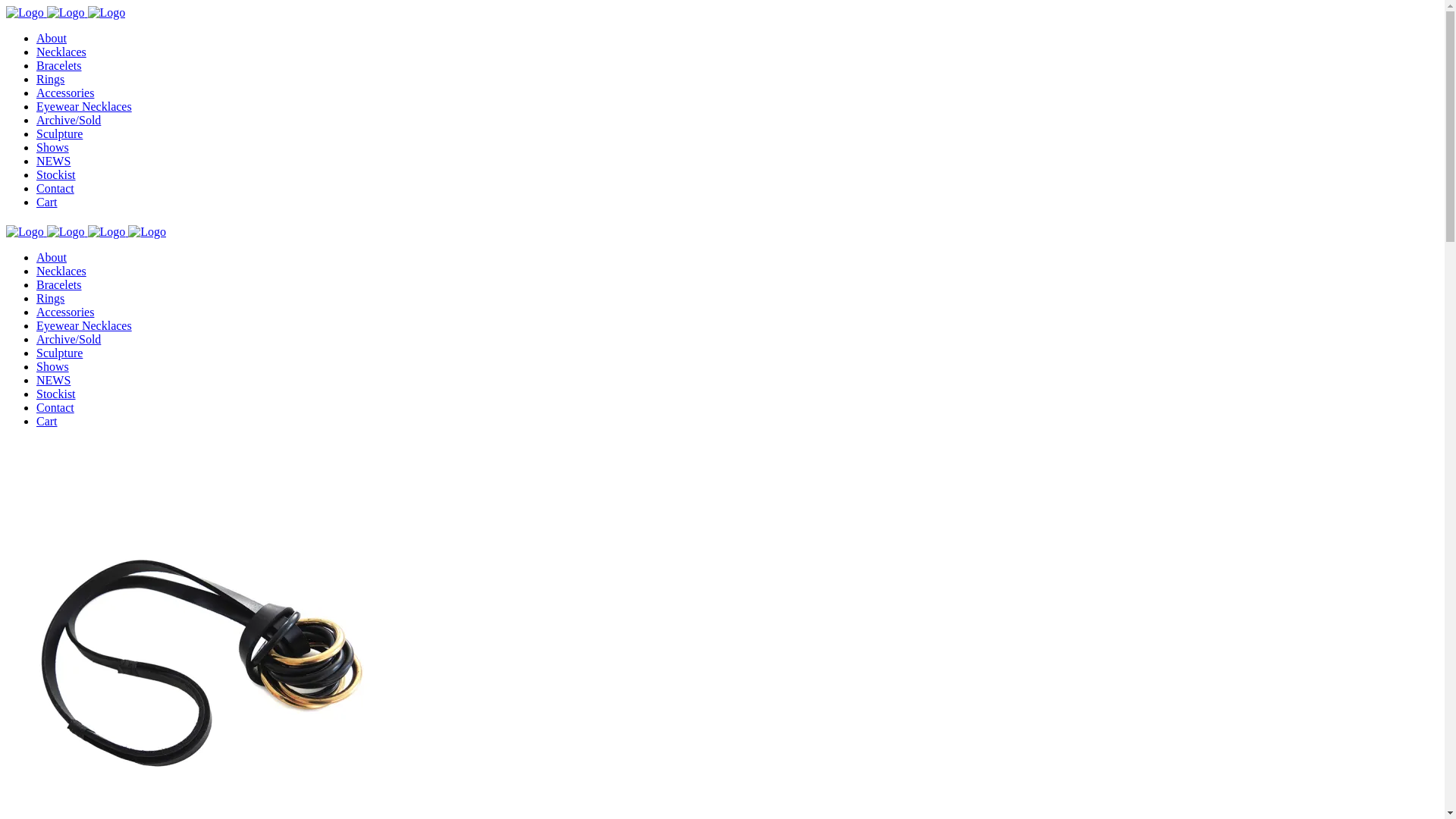  What do you see at coordinates (61, 270) in the screenshot?
I see `'Necklaces'` at bounding box center [61, 270].